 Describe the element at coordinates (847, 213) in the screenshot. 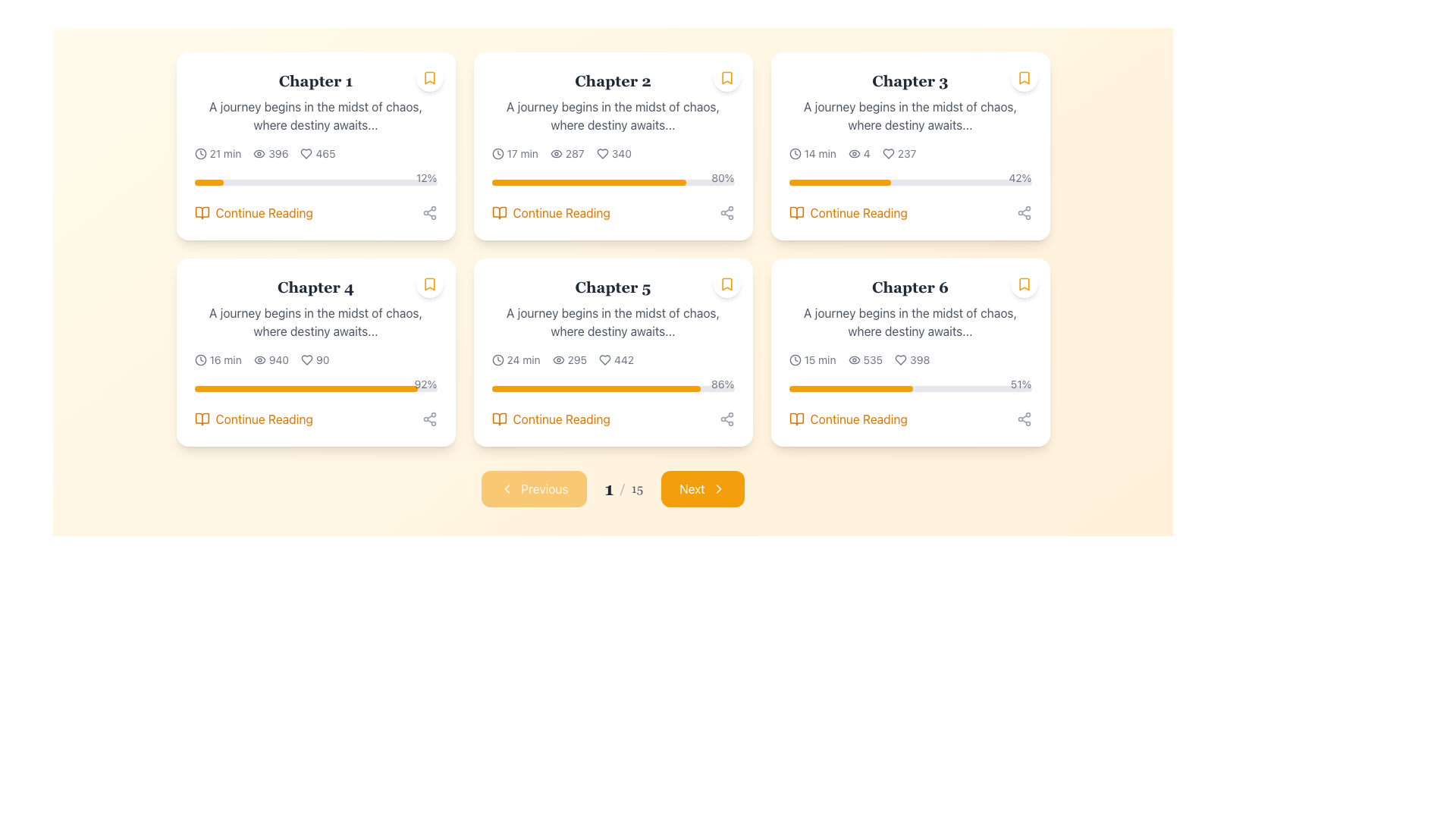

I see `the call-to-action button located in the bottom-right corner of the Chapter 3 card` at that location.